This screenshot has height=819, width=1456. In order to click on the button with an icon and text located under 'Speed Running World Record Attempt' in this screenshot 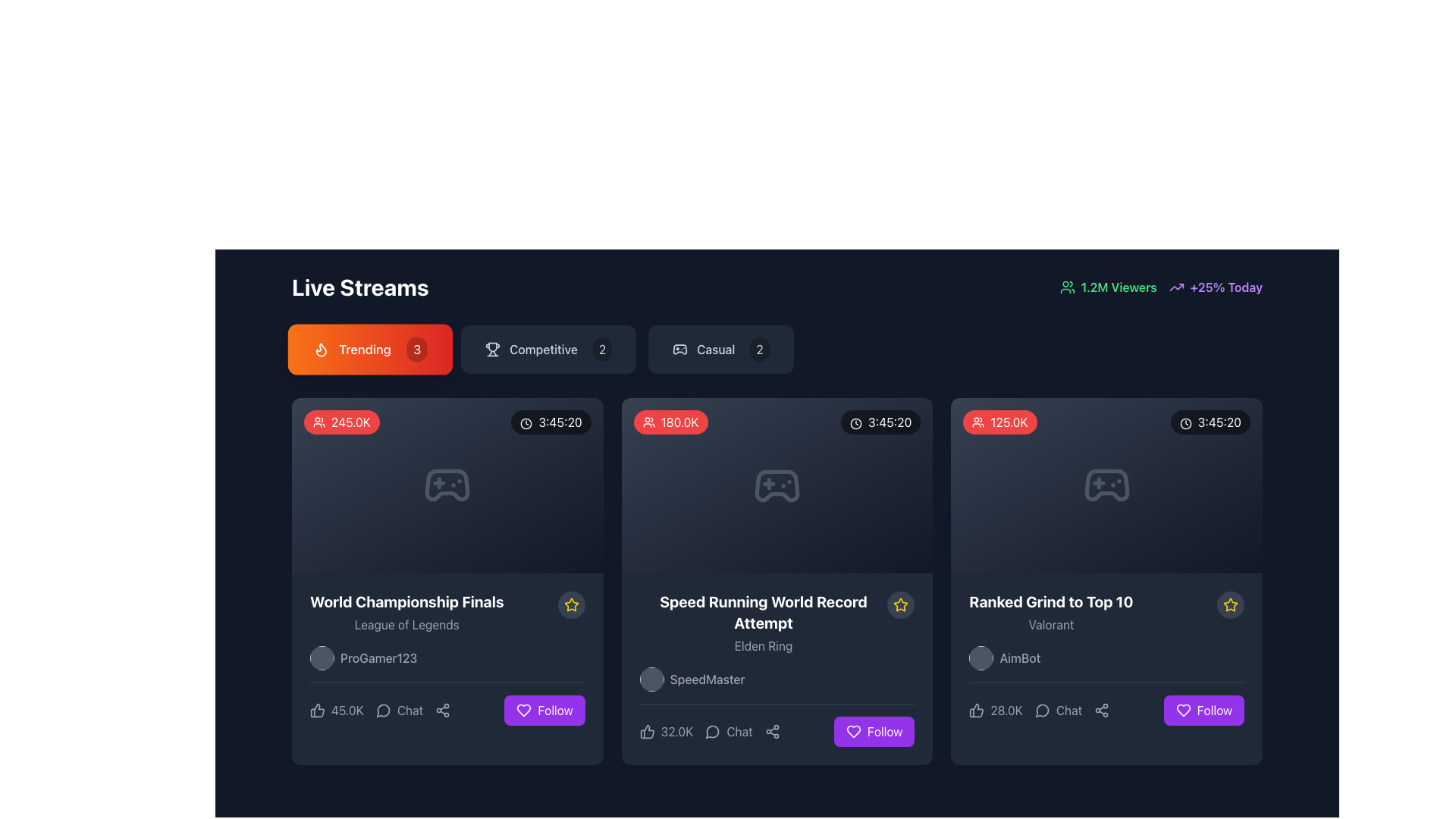, I will do `click(729, 730)`.